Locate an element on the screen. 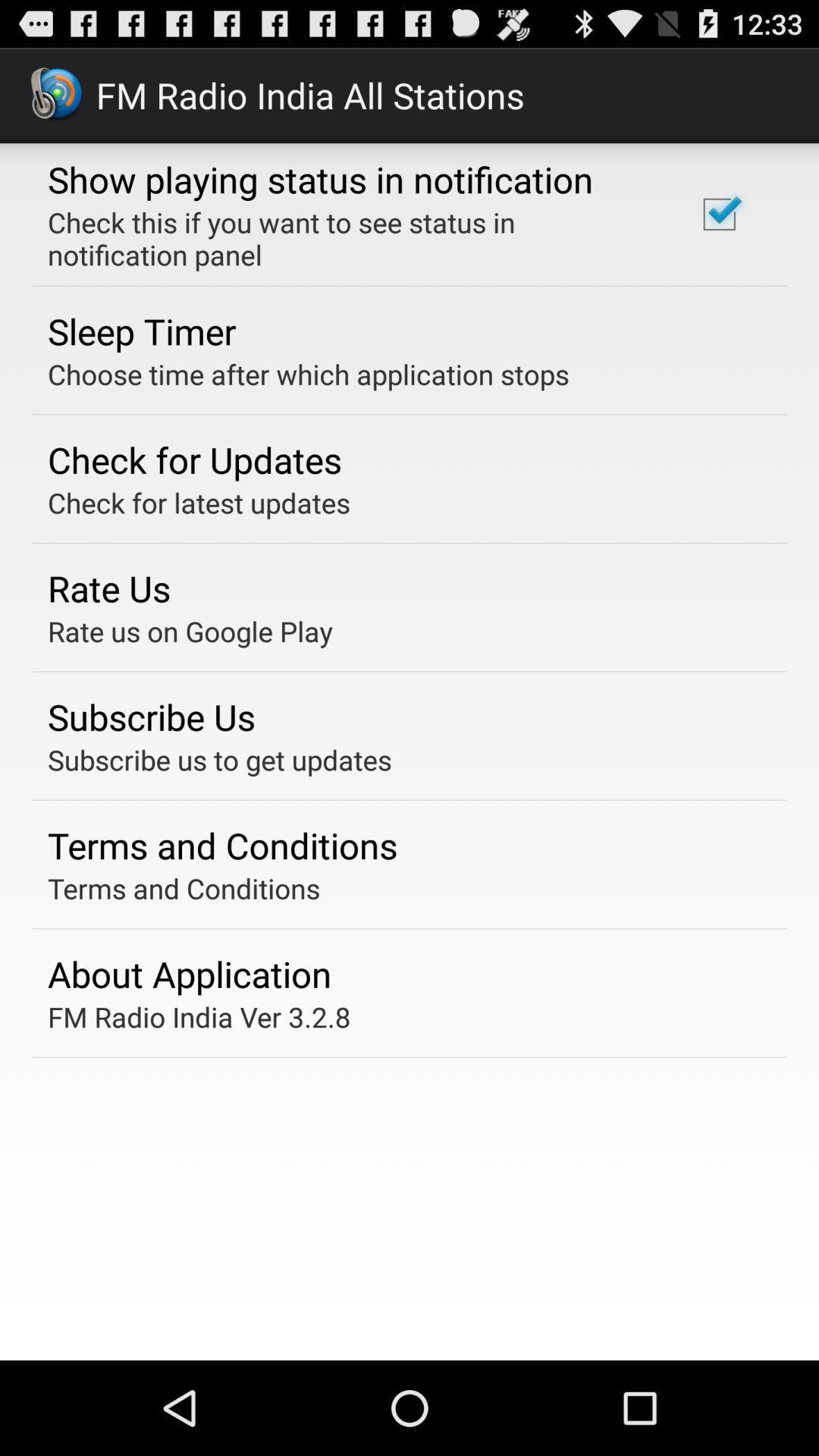  the item below terms and conditions icon is located at coordinates (189, 974).